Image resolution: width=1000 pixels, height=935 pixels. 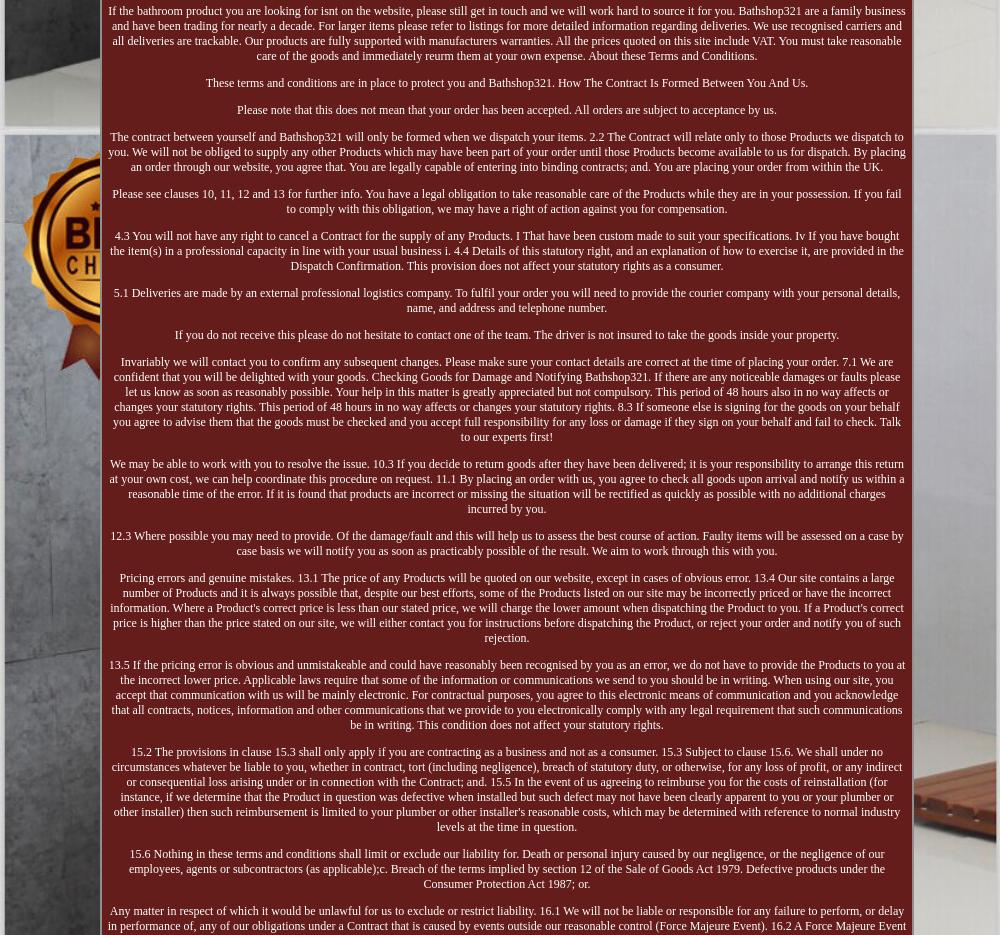 I want to click on 'If the bathroom product you are looking for isnt on the website, please still get in touch and we will work hard to source it for you. Bathshop321 are a family business and have been trading for nearly a decade. For larger items please refer to listings for more detailed information regarding deliveries. We use recognised carriers and all deliveries are trackable. Our products are fully supported with manufacturers warranties. All the prices quoted on this site include VAT. You must take reasonable care of the goods and immediately reurm them at your own expense. About these Terms and Conditions.', so click(x=506, y=31).